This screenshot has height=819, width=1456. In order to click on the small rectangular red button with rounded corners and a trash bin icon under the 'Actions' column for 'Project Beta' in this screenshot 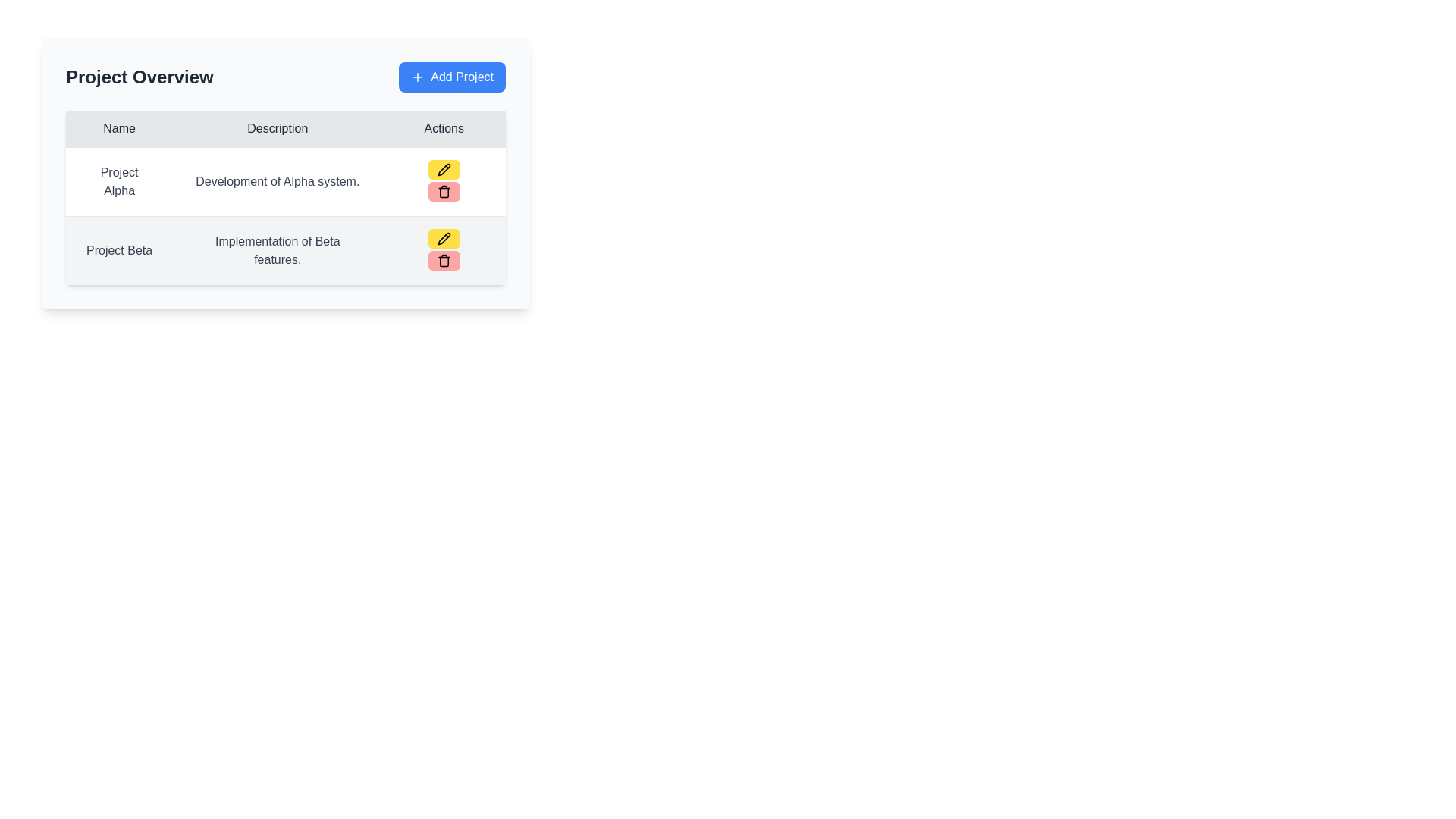, I will do `click(443, 259)`.